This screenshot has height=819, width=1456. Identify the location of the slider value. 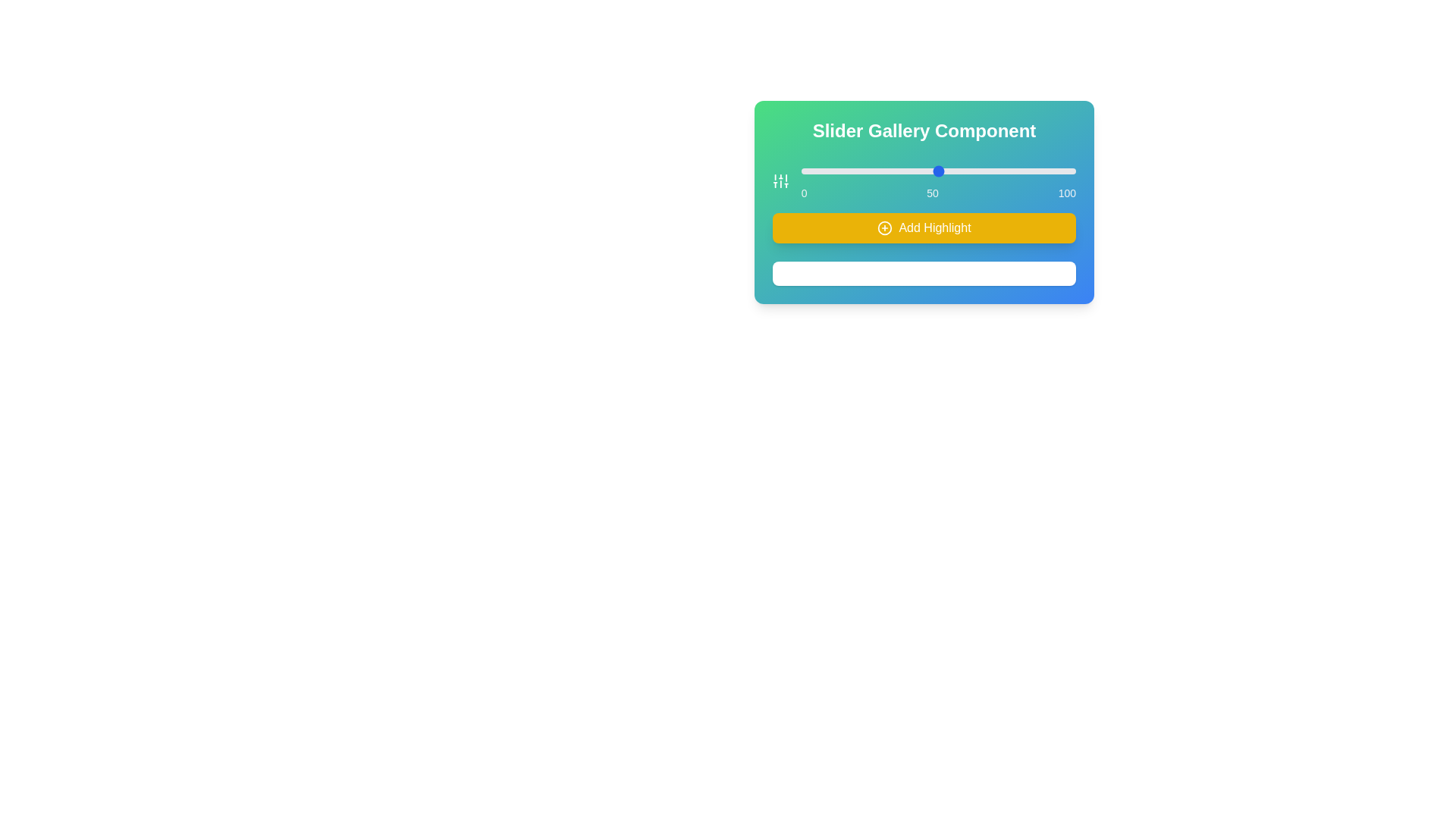
(892, 171).